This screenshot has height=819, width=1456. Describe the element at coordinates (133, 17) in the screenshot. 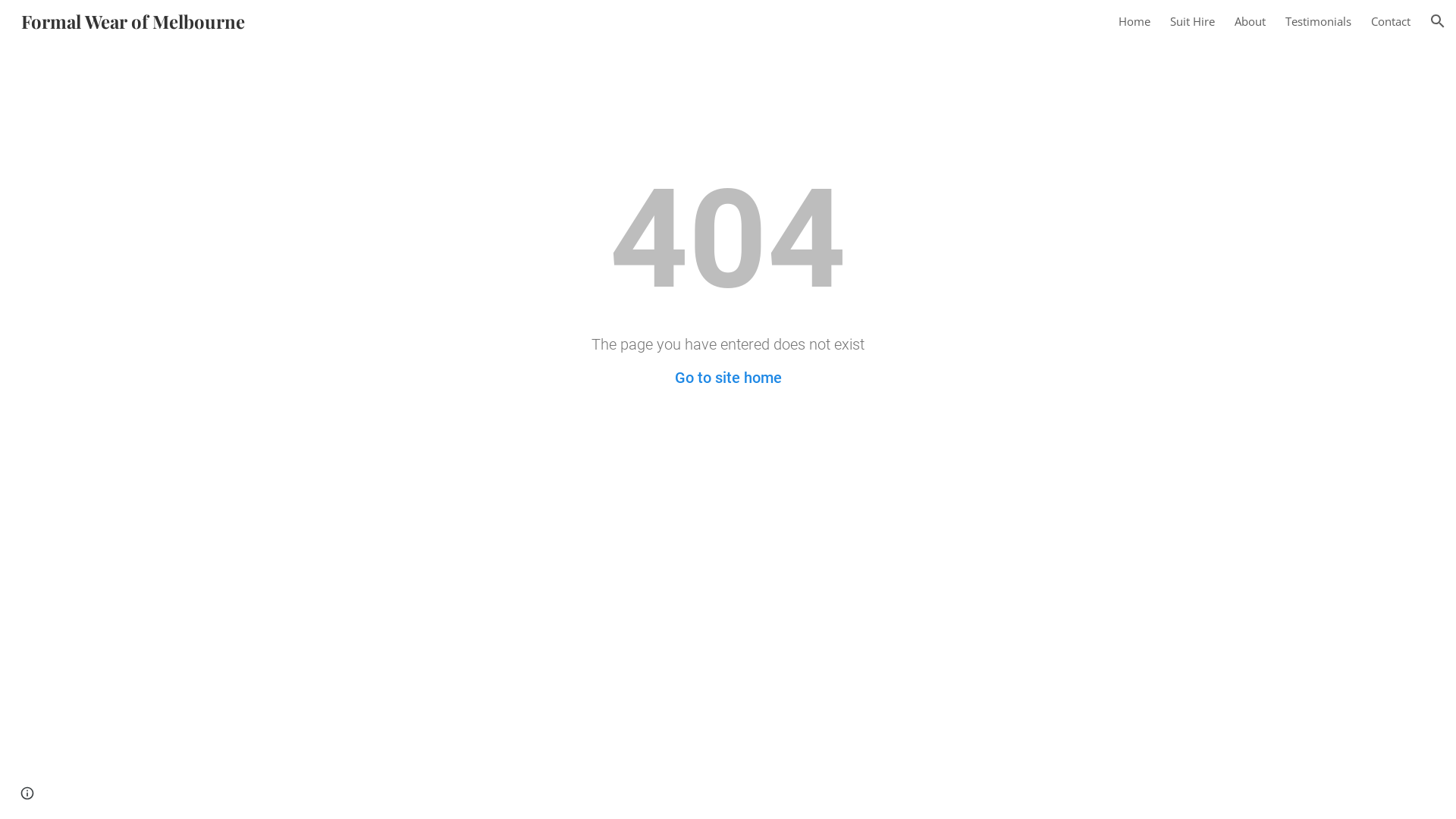

I see `'Formal Wear of Melbourne'` at that location.